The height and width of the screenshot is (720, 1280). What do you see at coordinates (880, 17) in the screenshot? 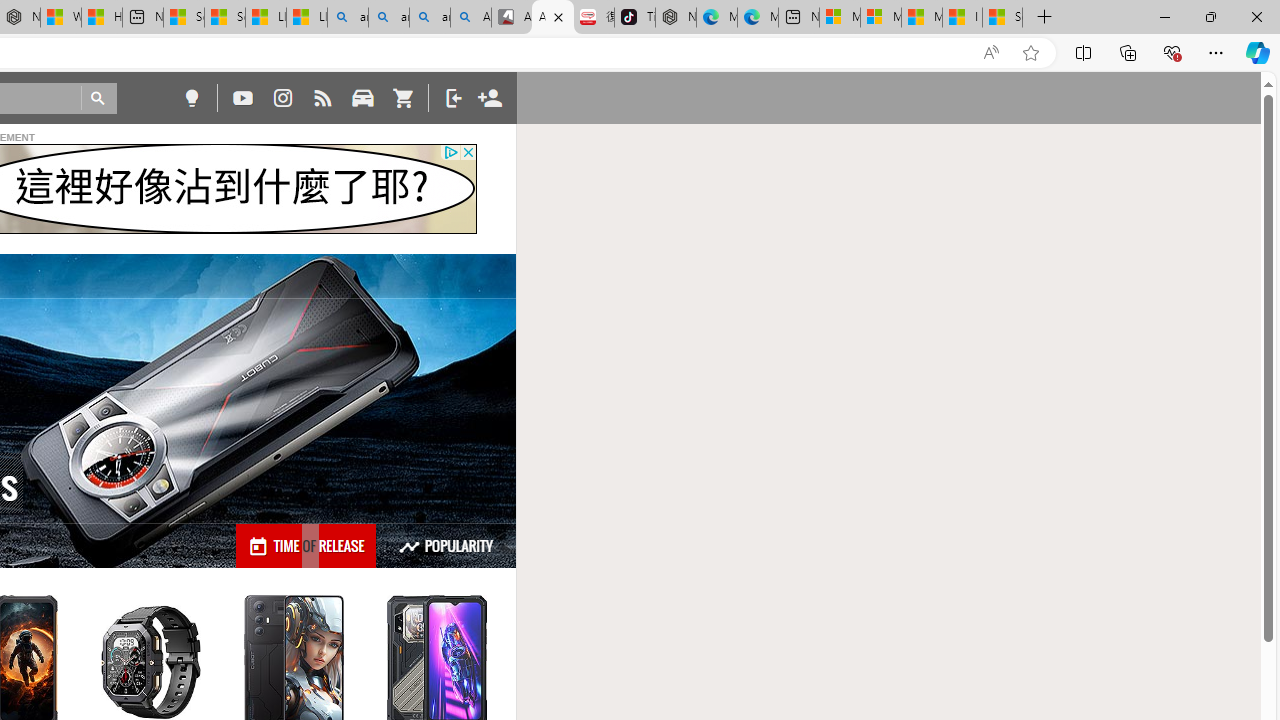
I see `'Microsoft account | Privacy'` at bounding box center [880, 17].